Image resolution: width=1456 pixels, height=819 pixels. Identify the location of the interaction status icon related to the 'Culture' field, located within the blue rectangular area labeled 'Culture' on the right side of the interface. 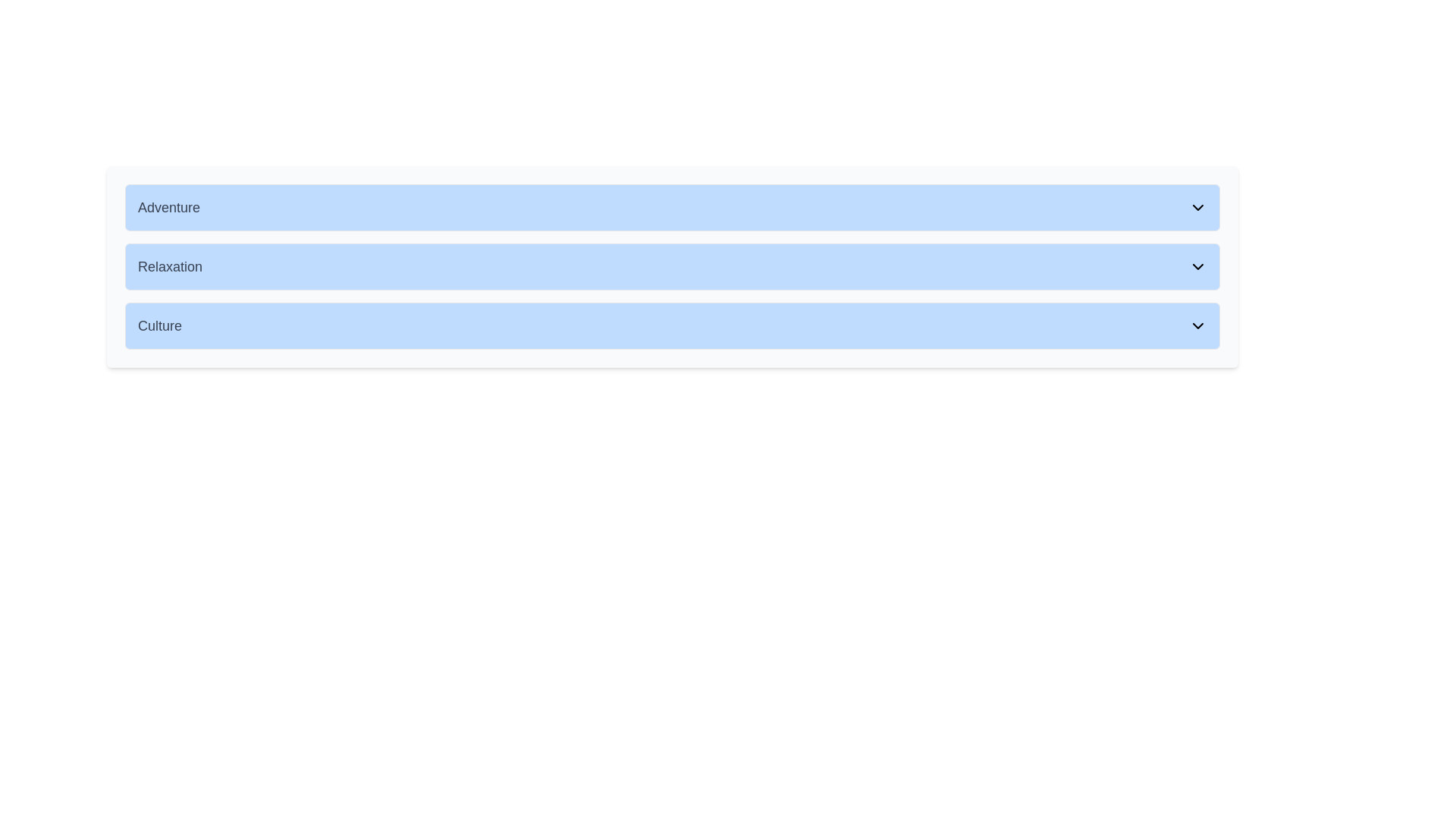
(1207, 320).